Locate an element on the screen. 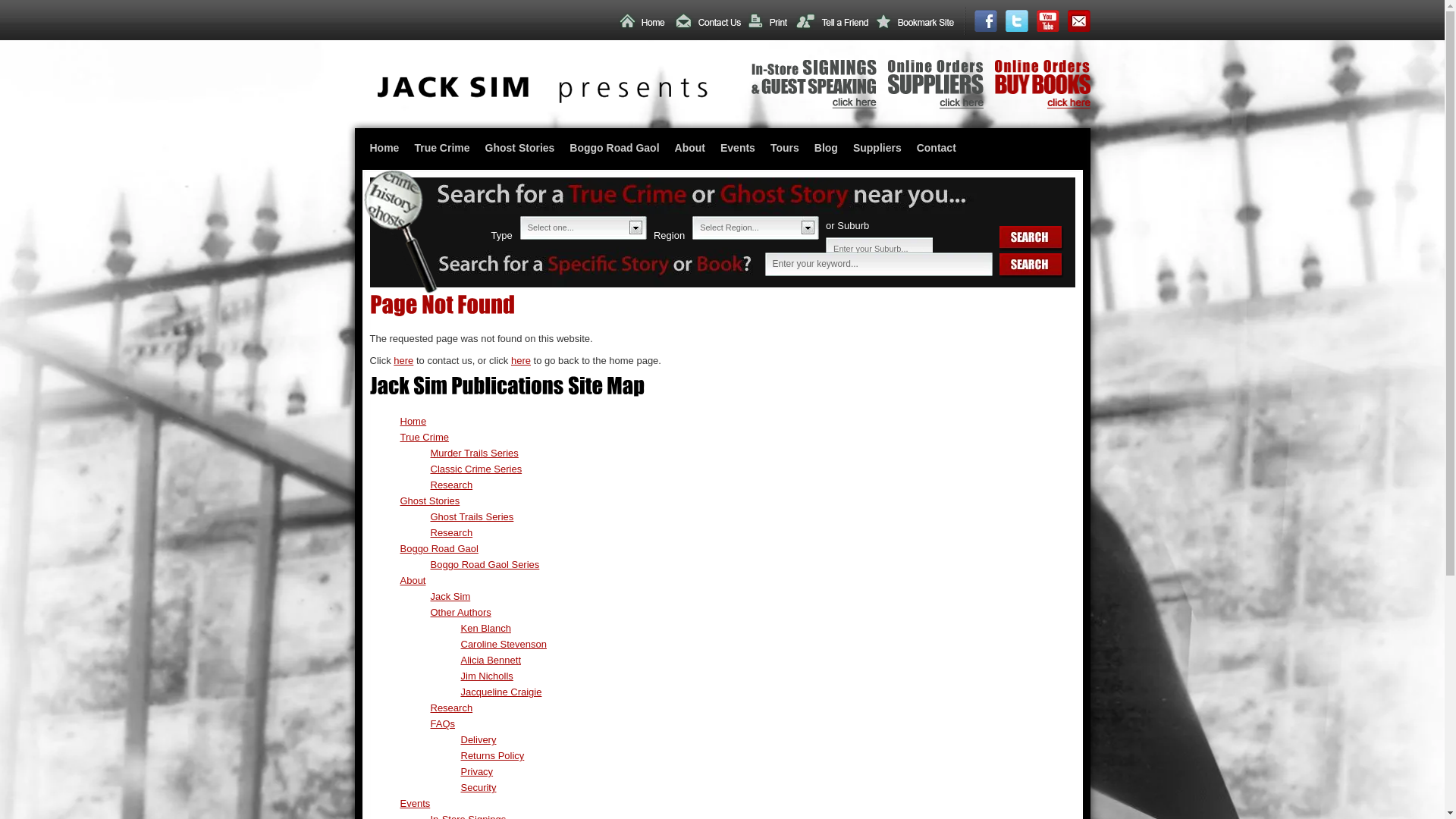 The width and height of the screenshot is (1456, 819). 'Returns Policy' is located at coordinates (492, 755).